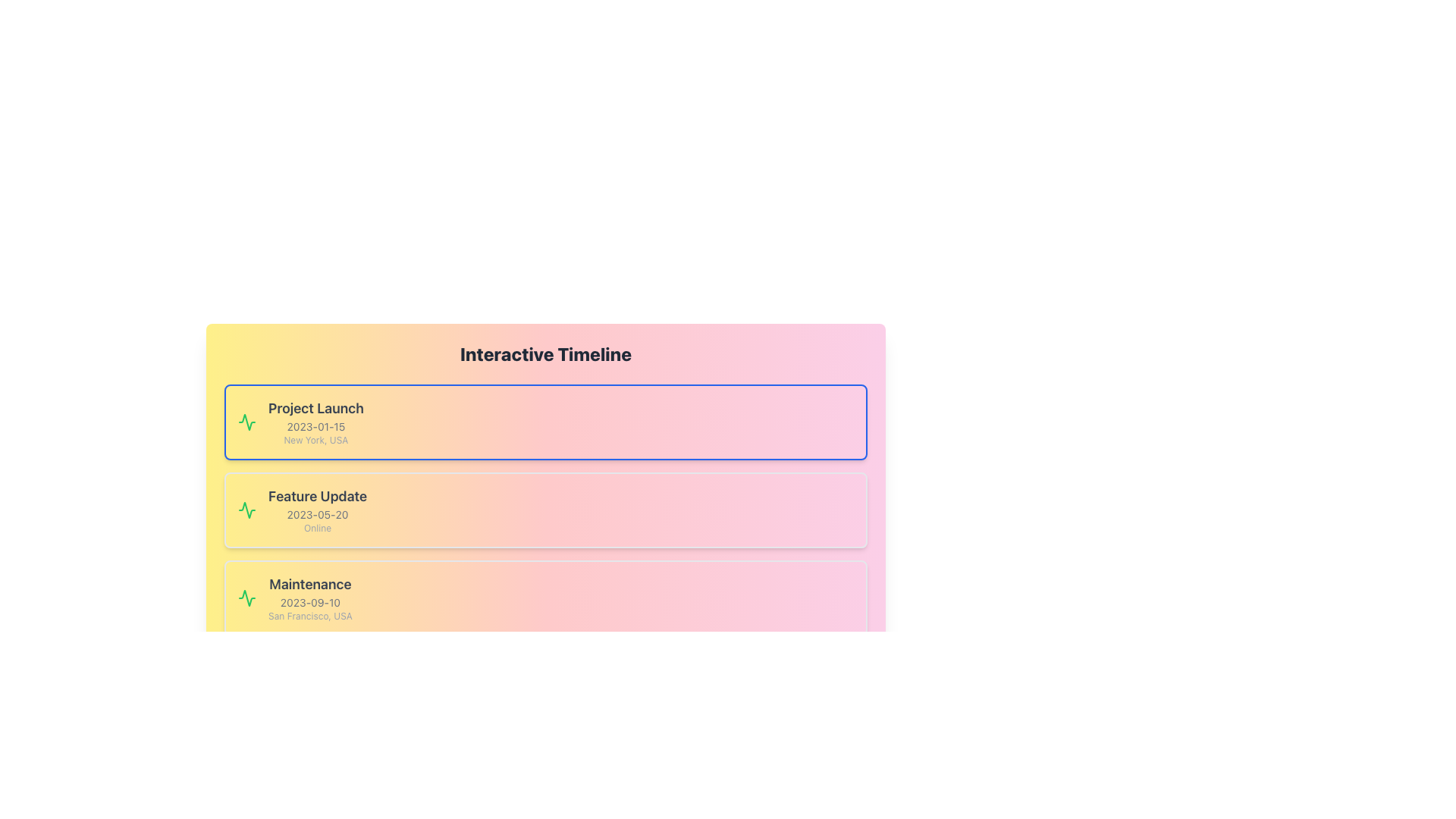 This screenshot has width=1456, height=819. I want to click on the text label displaying the date associated with the 'Project Launch' item in the timeline interface, located near the top of the vertically stacked layout, so click(315, 427).